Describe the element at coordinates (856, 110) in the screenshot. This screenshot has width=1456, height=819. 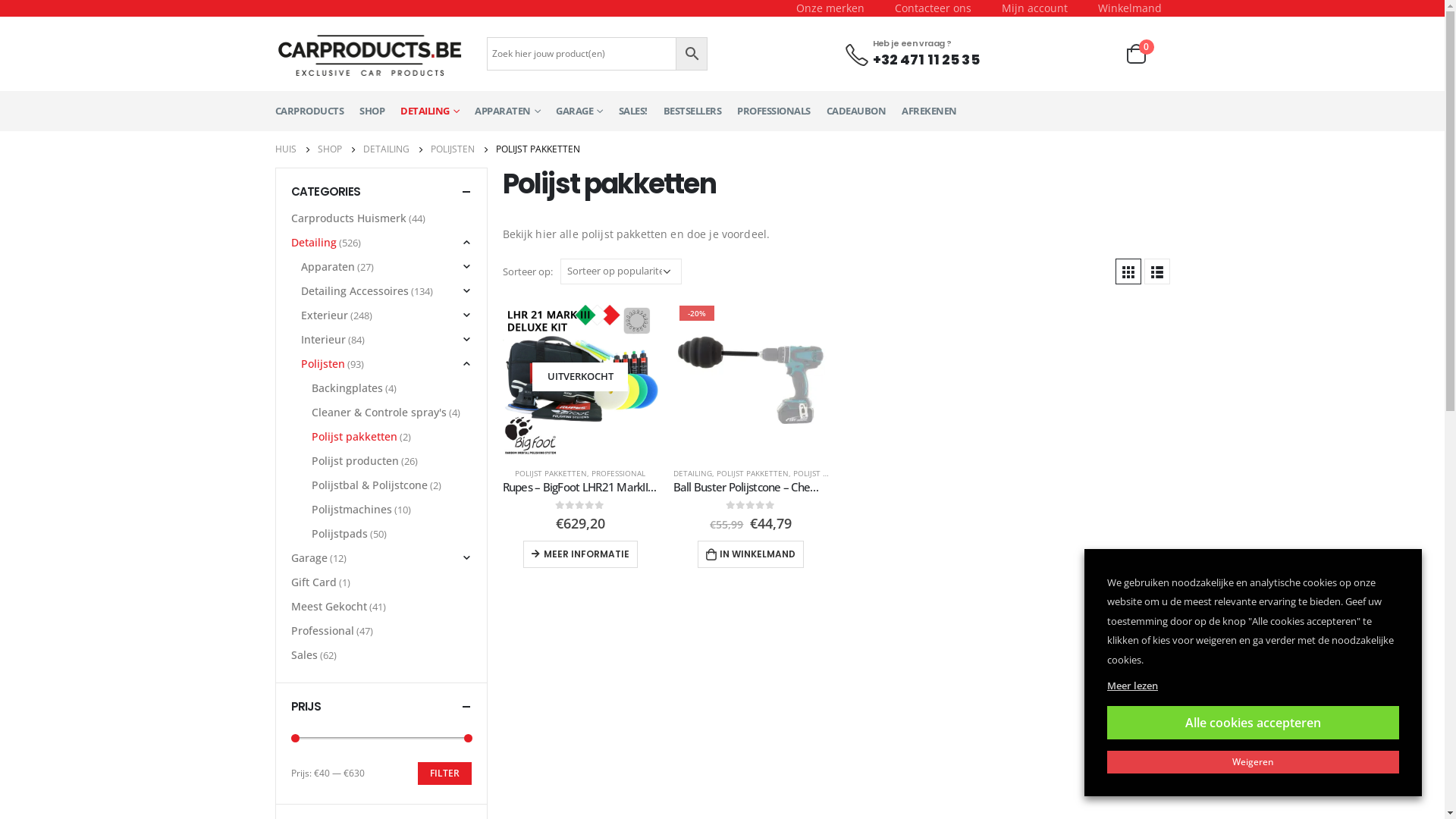
I see `'CADEAUBON'` at that location.